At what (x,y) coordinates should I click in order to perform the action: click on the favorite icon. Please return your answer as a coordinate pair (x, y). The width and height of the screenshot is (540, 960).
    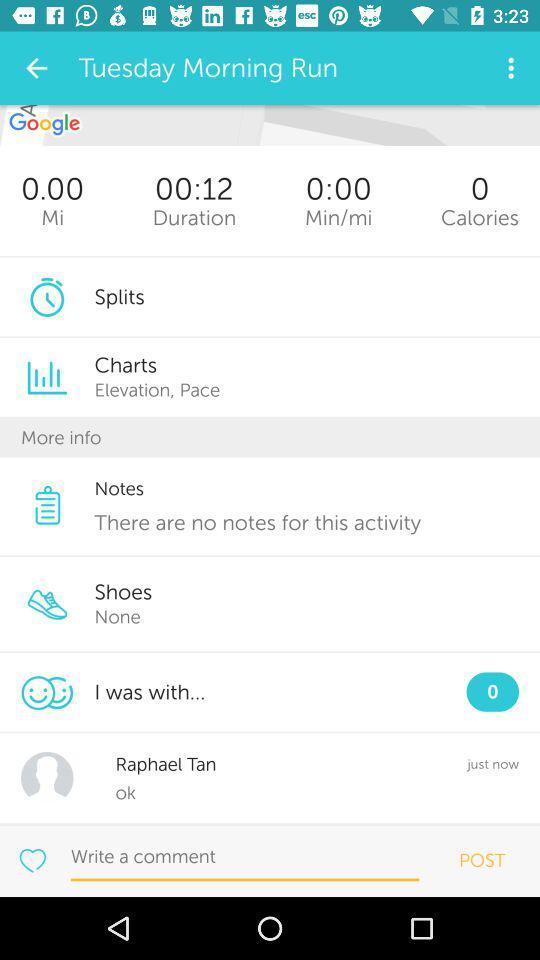
    Looking at the image, I should click on (31, 859).